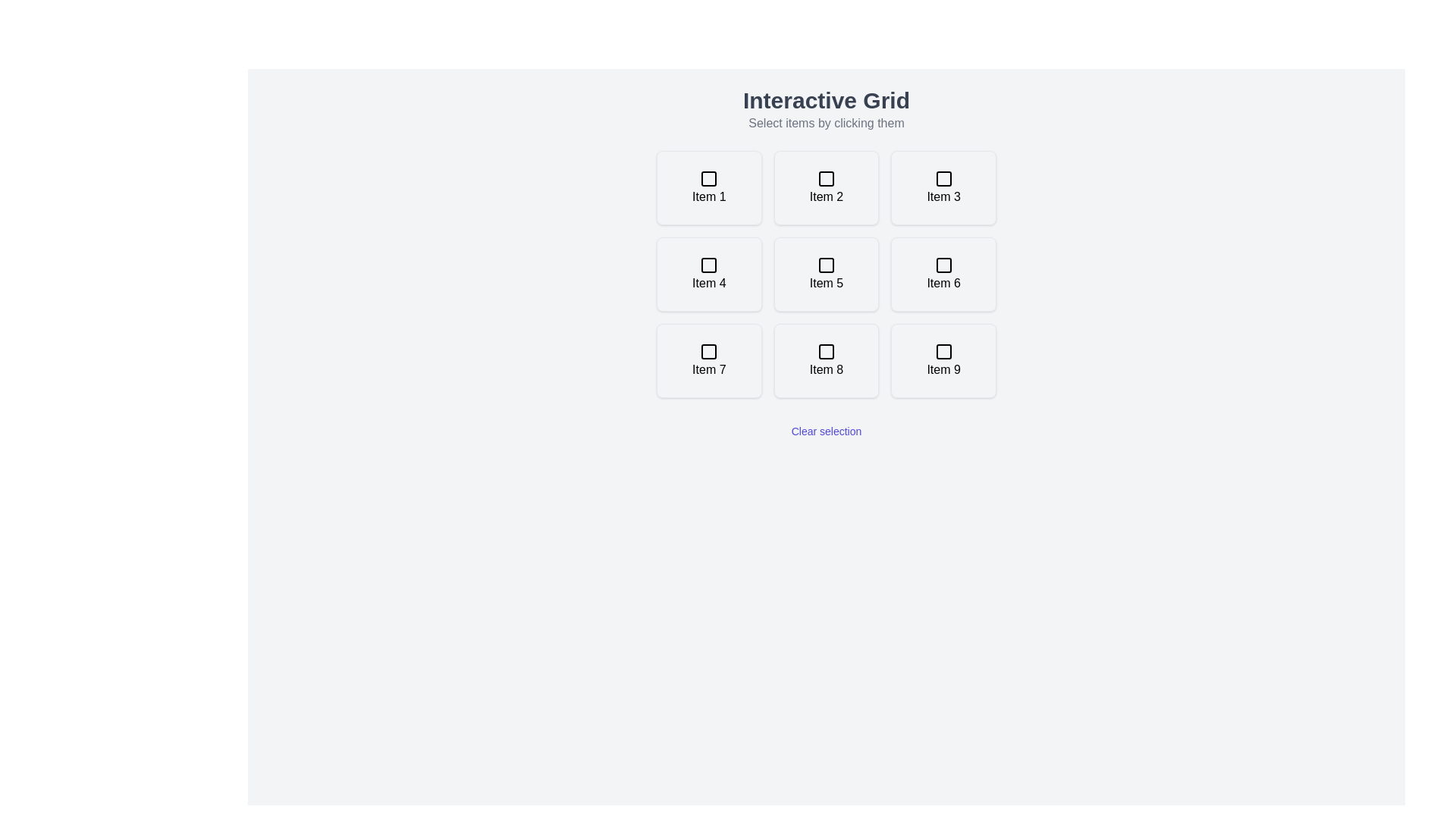  What do you see at coordinates (708, 265) in the screenshot?
I see `the decorative or functional indicator icon located at the center of the 'Item 4' button in the 3x3 grid layout` at bounding box center [708, 265].